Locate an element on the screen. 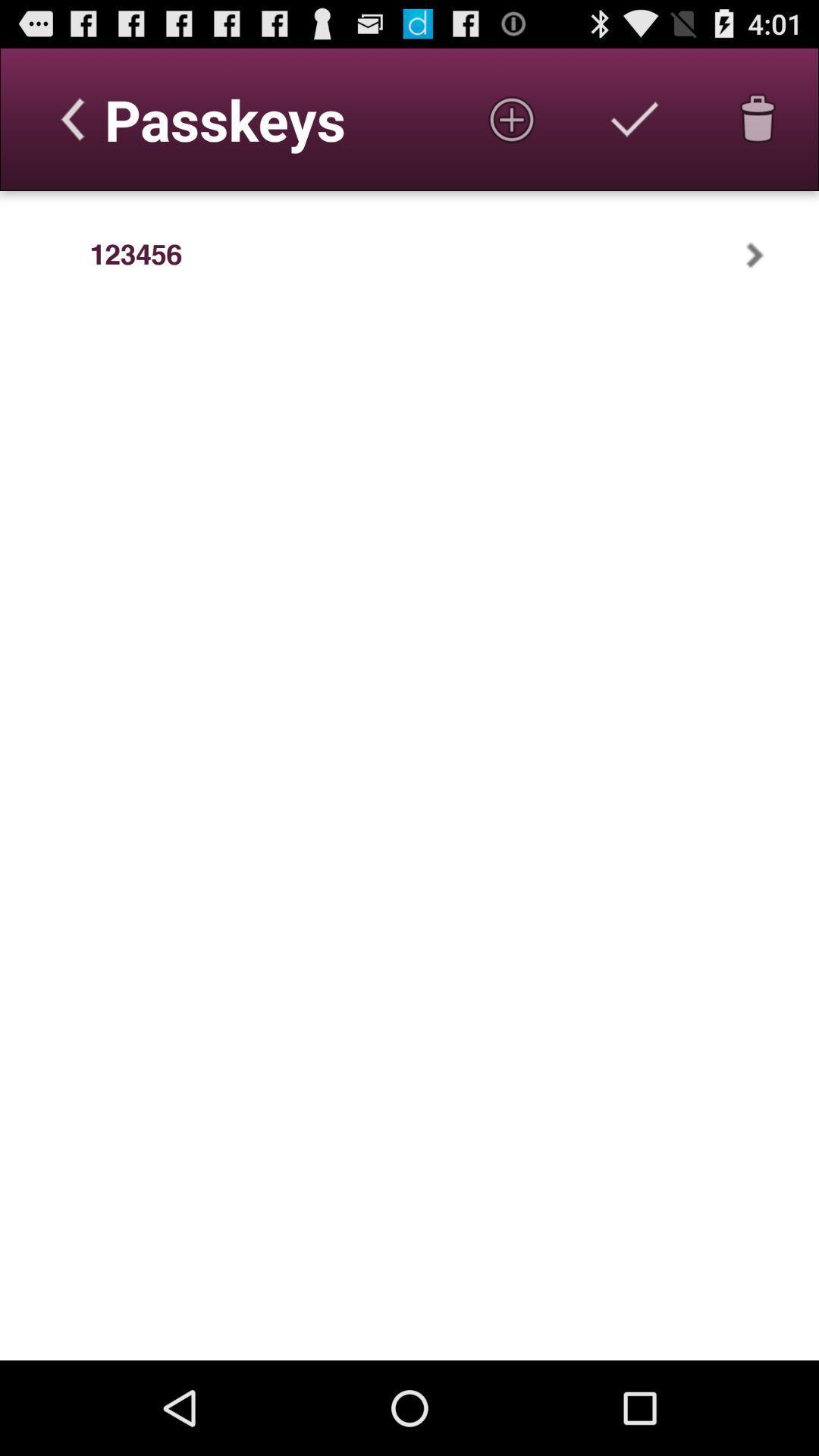 This screenshot has width=819, height=1456. passkey is located at coordinates (512, 118).